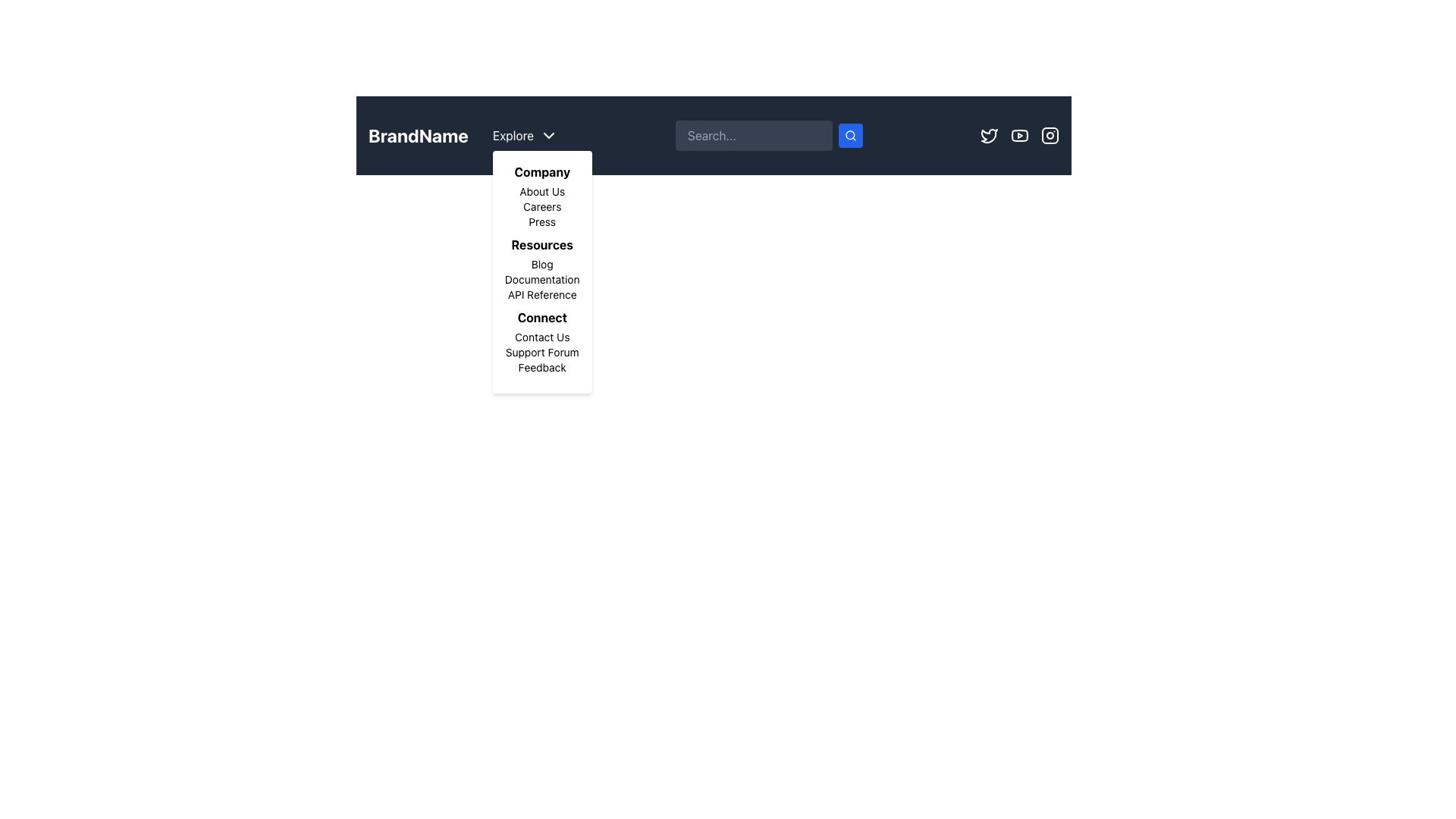 Image resolution: width=1456 pixels, height=819 pixels. What do you see at coordinates (542, 271) in the screenshot?
I see `the vertical dropdown menu located below the 'Explore' button in the navigation bar, which contains sections like 'Company', 'Resources', and 'Connect'` at bounding box center [542, 271].